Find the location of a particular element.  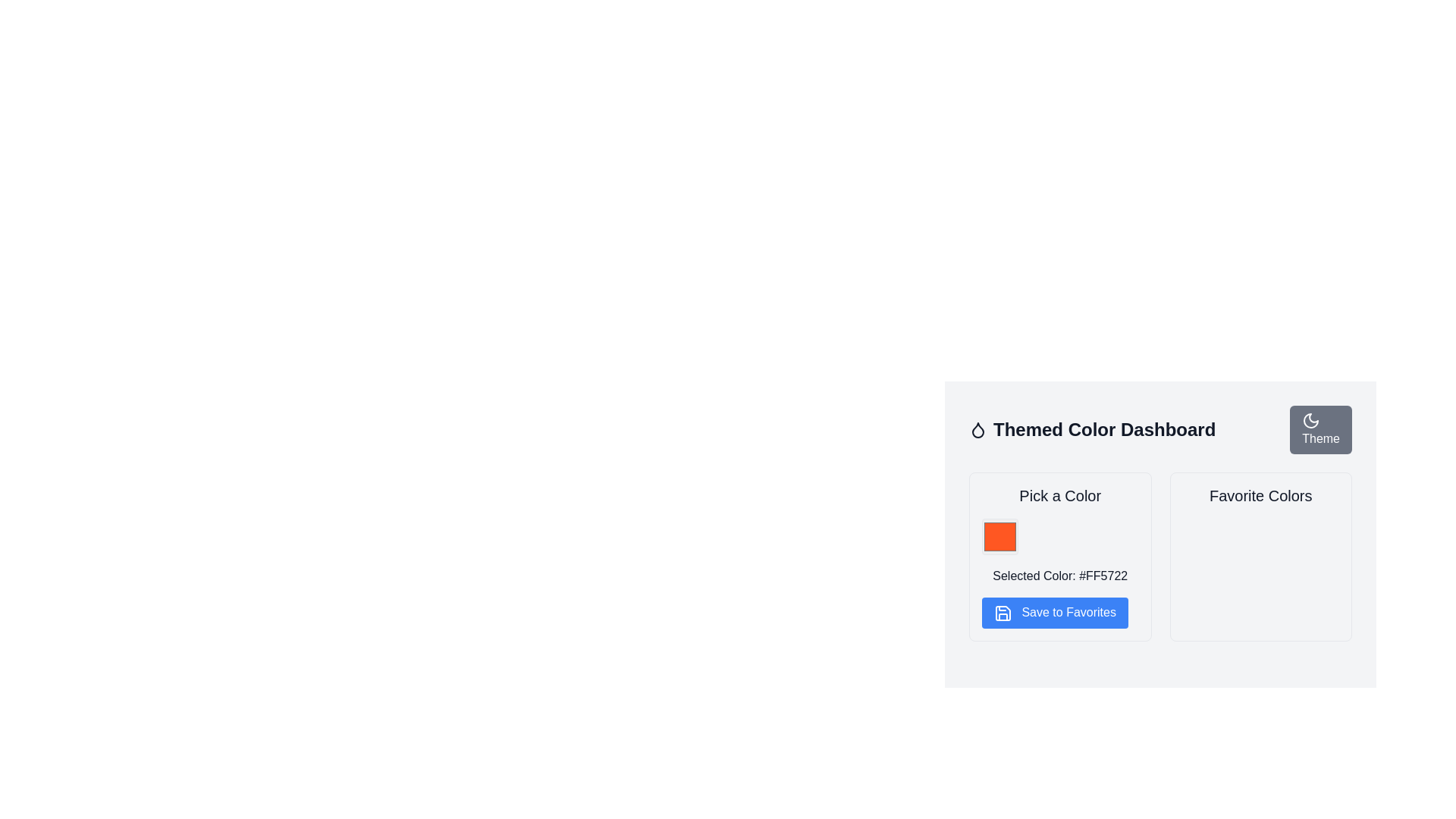

the text label displaying the selected color '#FF5722', located below the color-selection area in the 'Pick a Color' section, between the color block and the 'Save to Favorites' button is located at coordinates (1059, 576).